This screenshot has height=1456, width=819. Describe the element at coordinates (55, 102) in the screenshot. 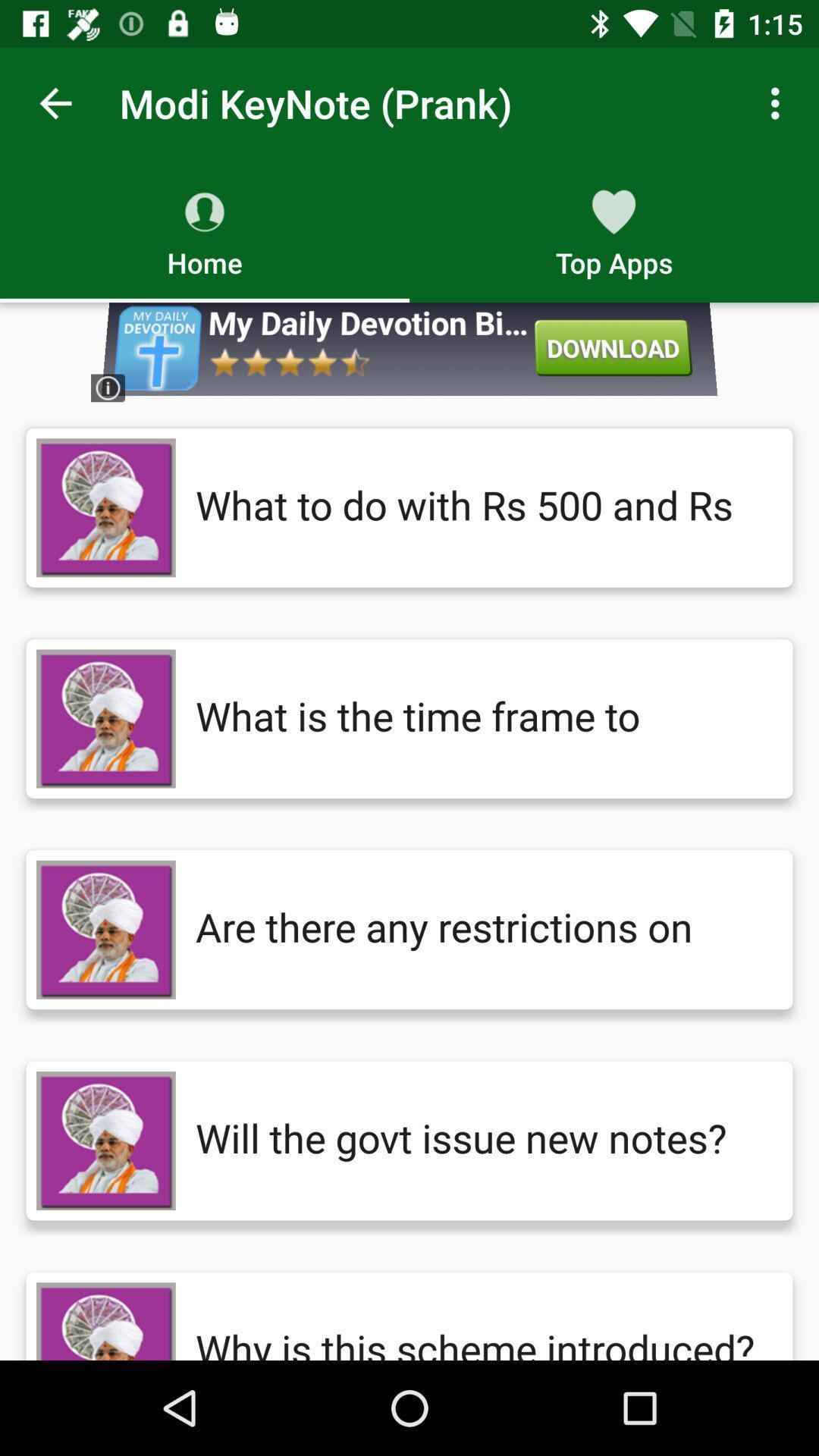

I see `the item next to the modi keynote (prank)` at that location.